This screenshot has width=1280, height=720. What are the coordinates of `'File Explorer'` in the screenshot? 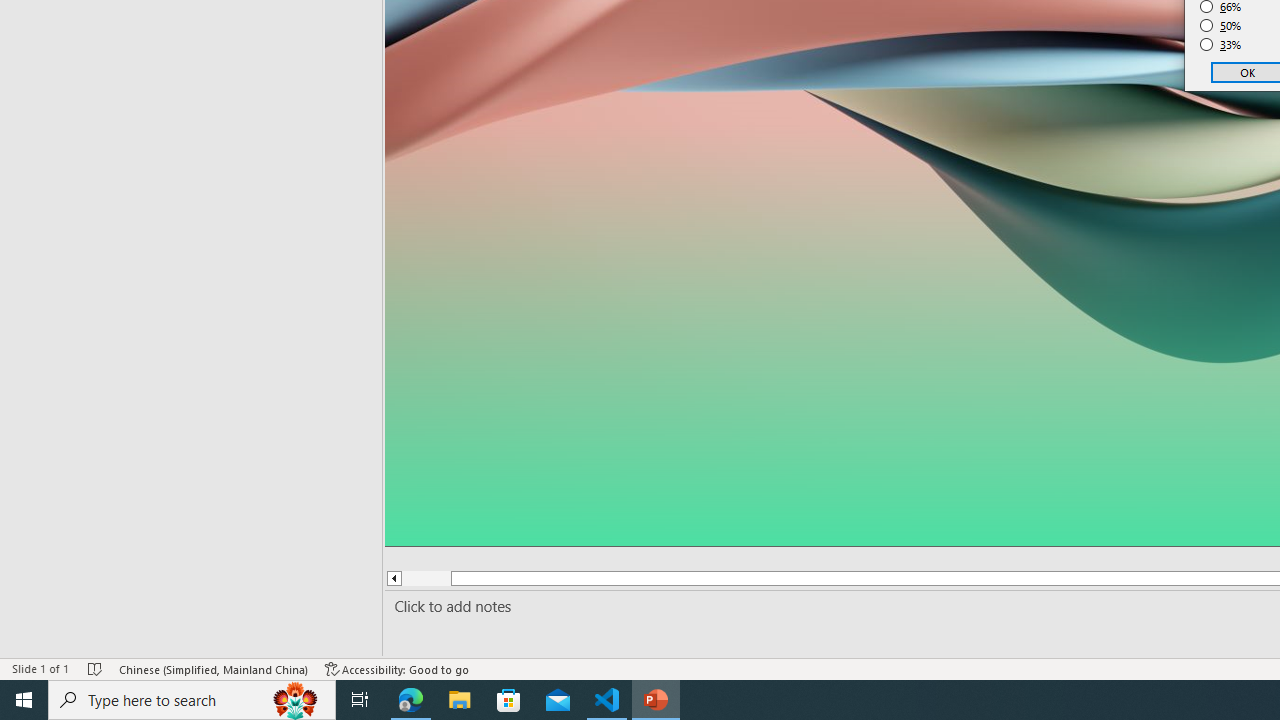 It's located at (459, 698).